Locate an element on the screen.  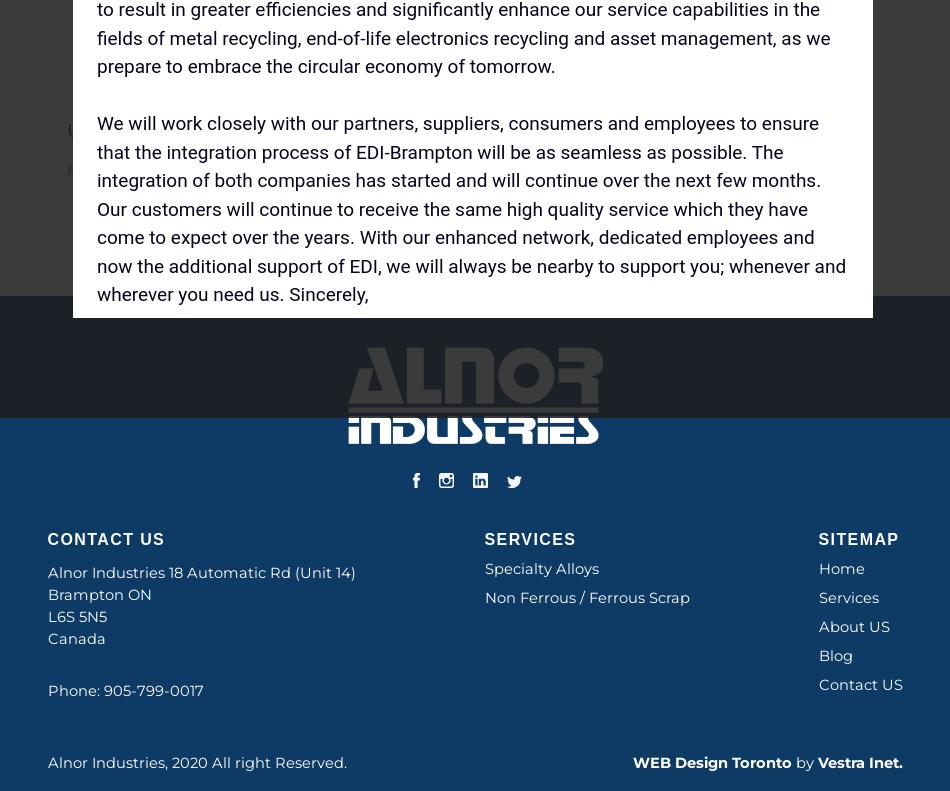
'User Comments' is located at coordinates (150, 128).